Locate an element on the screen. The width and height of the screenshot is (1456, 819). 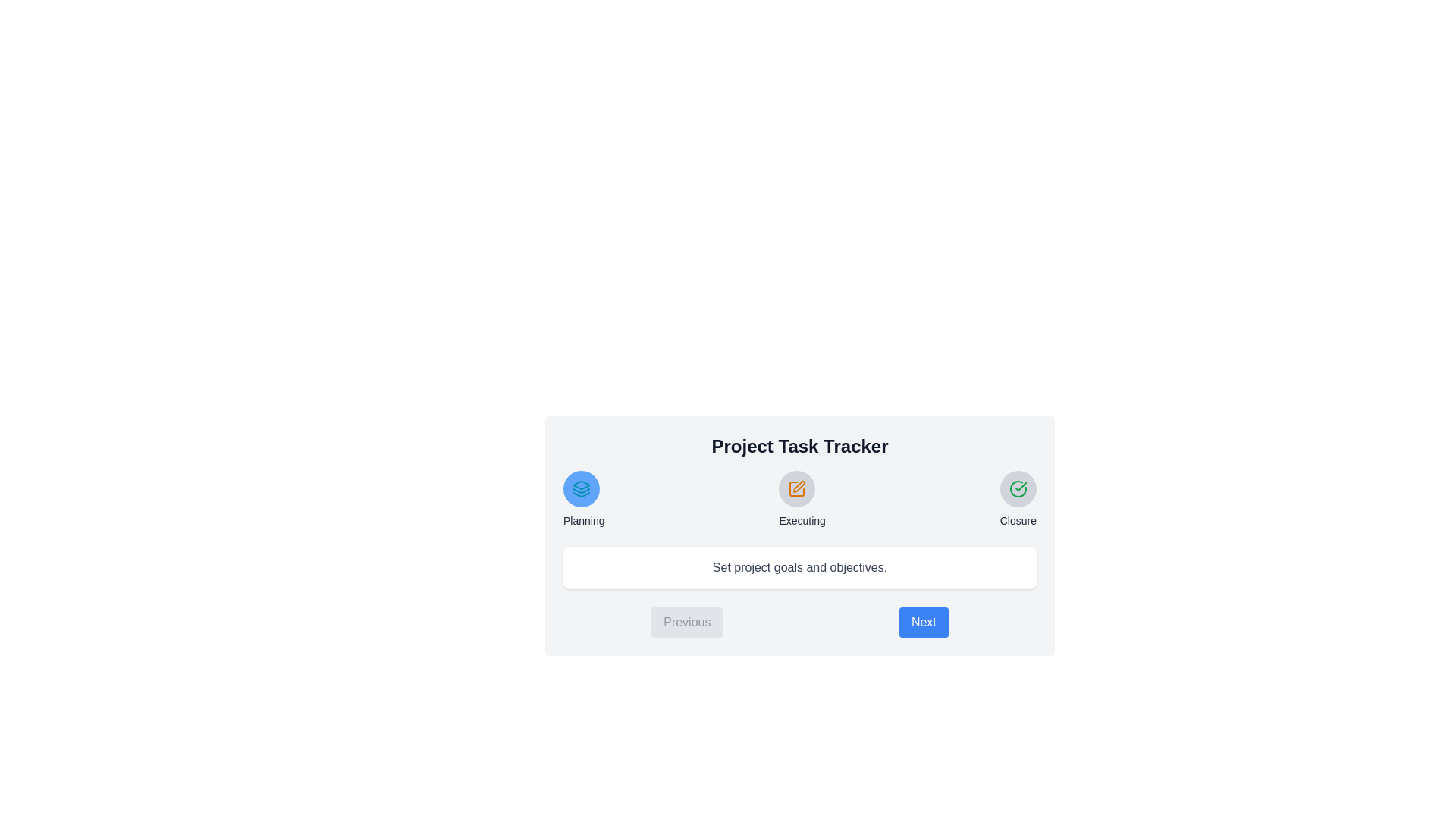
the 'Next' button to navigate to the next step is located at coordinates (923, 623).